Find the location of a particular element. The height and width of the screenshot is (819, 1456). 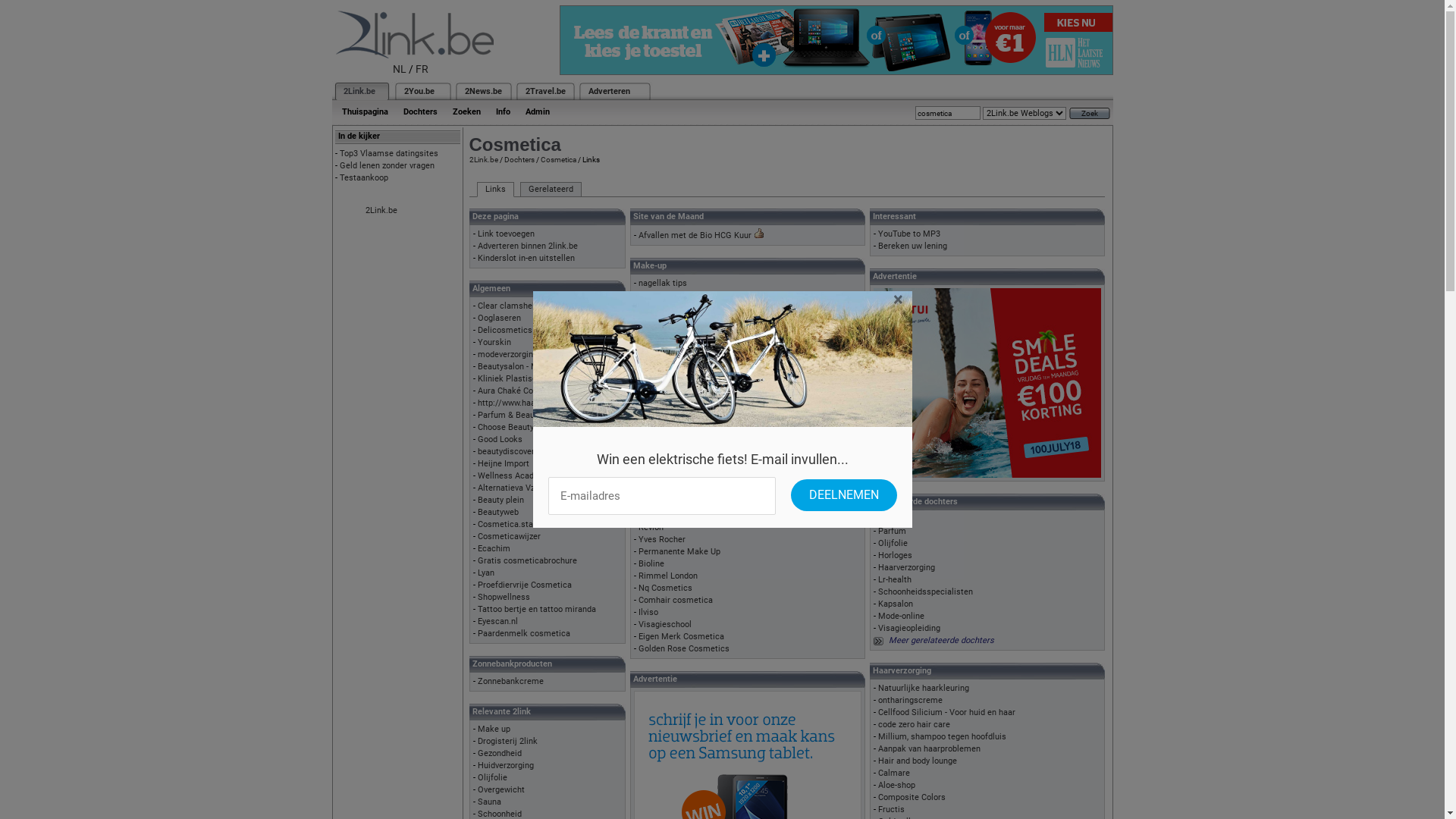

'Visagieschool' is located at coordinates (665, 624).